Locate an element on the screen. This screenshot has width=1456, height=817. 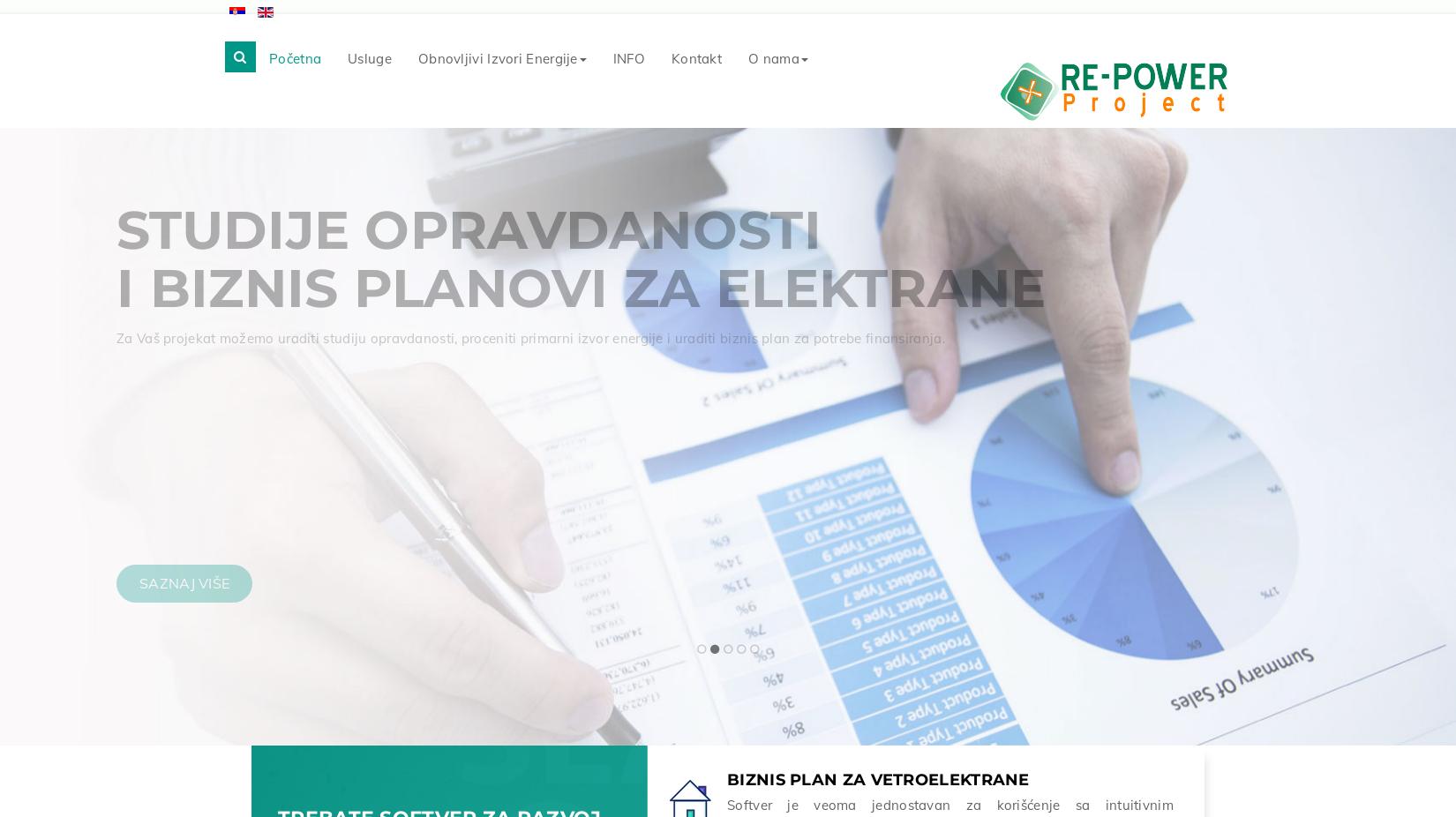
'Projektno-tehnička dokumentacija' is located at coordinates (116, 312).